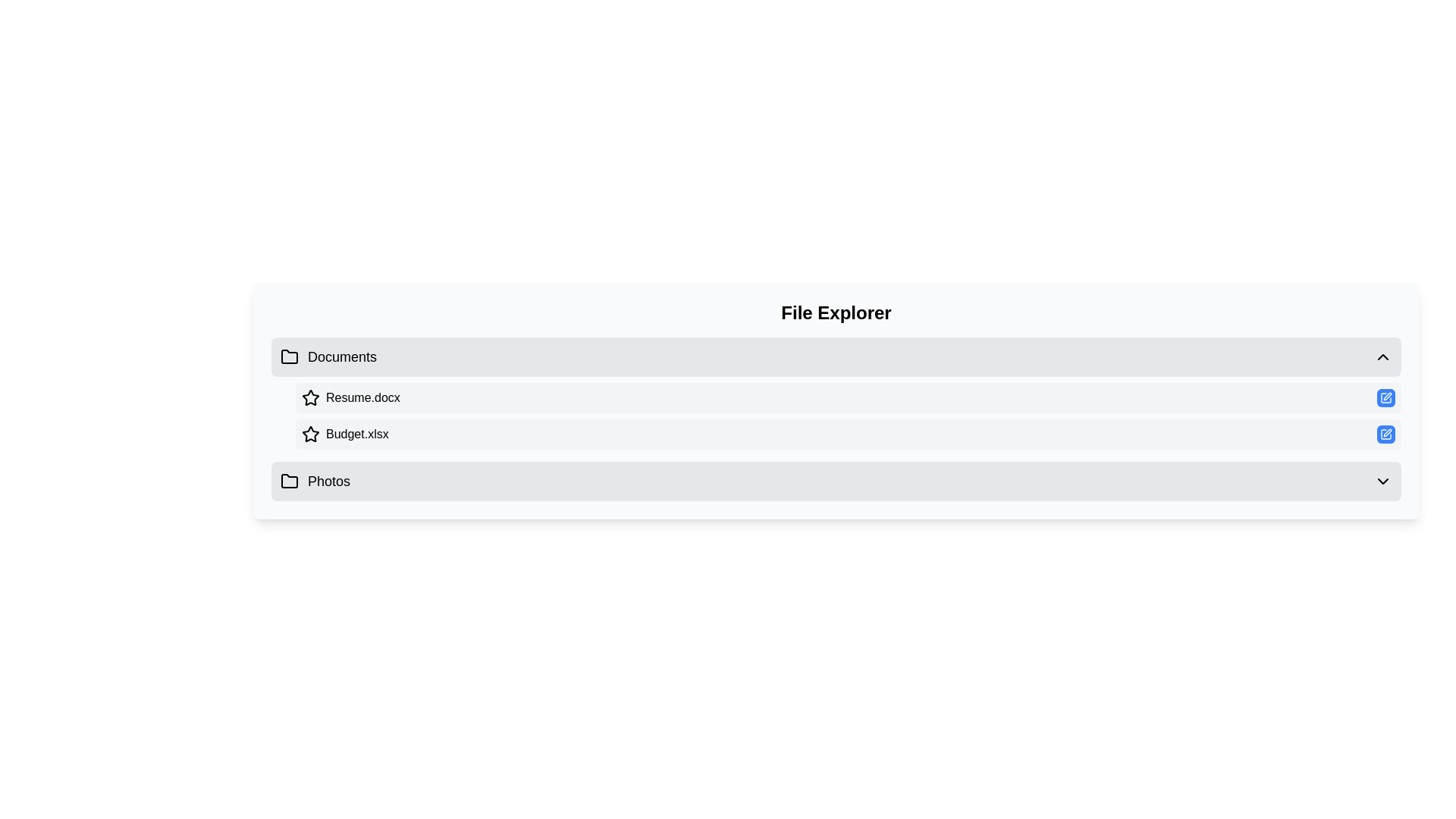 This screenshot has width=1456, height=819. I want to click on the Text Label with Icon indicating the folder containing photos, so click(315, 482).